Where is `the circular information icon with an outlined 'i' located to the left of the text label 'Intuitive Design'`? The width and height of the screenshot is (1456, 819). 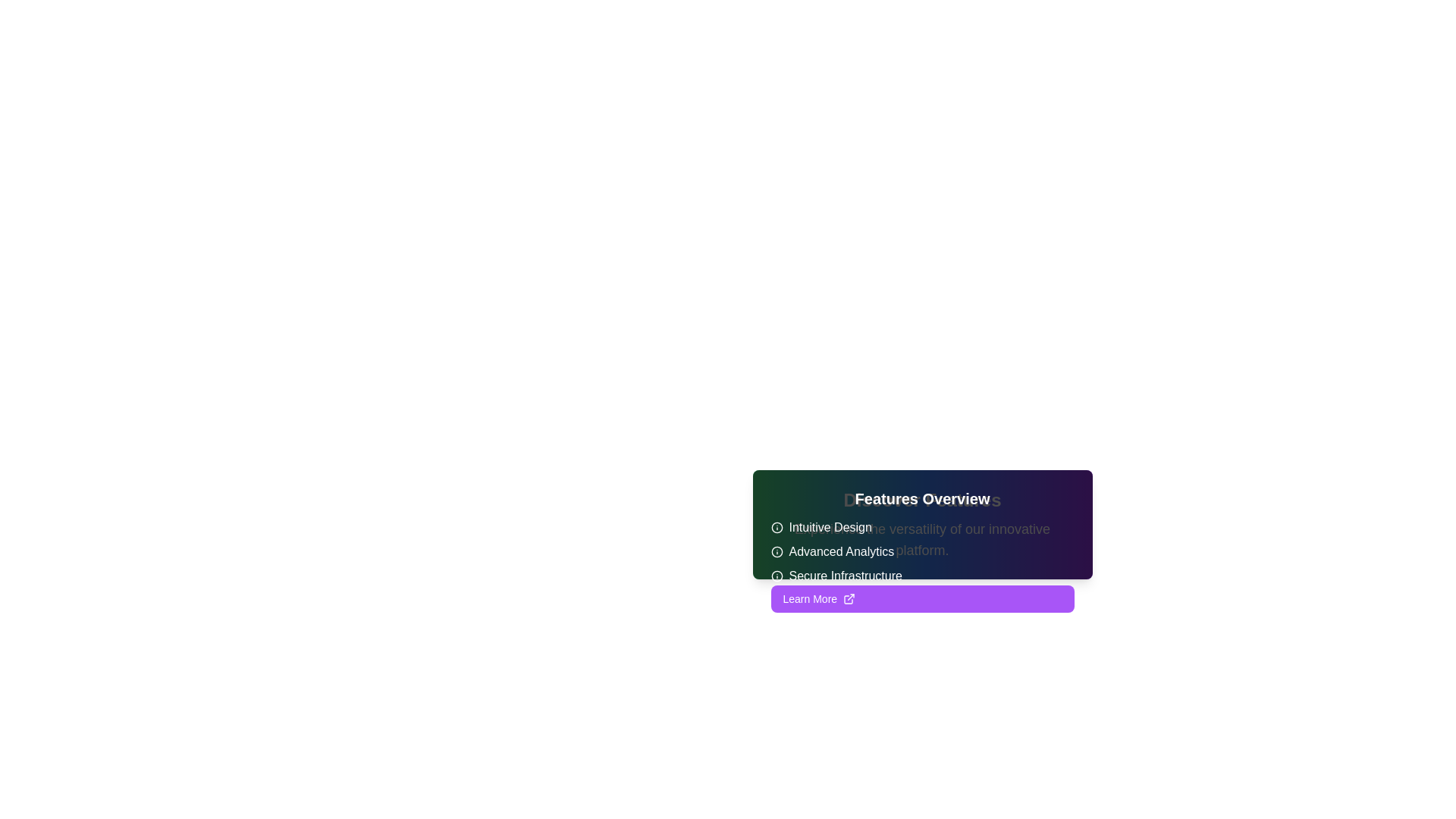
the circular information icon with an outlined 'i' located to the left of the text label 'Intuitive Design' is located at coordinates (777, 526).